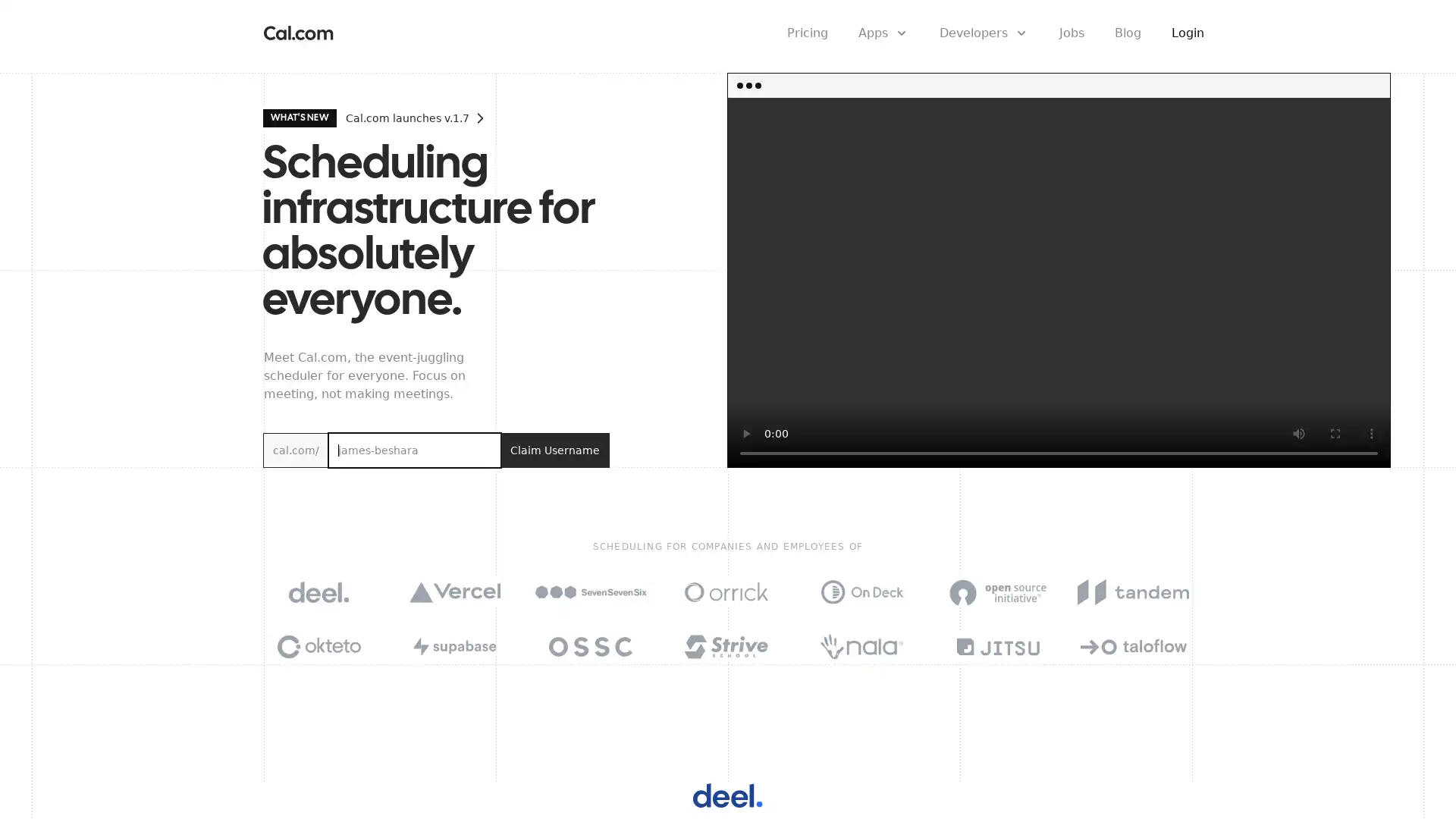 This screenshot has width=1456, height=819. Describe the element at coordinates (1335, 433) in the screenshot. I see `enter full screen` at that location.